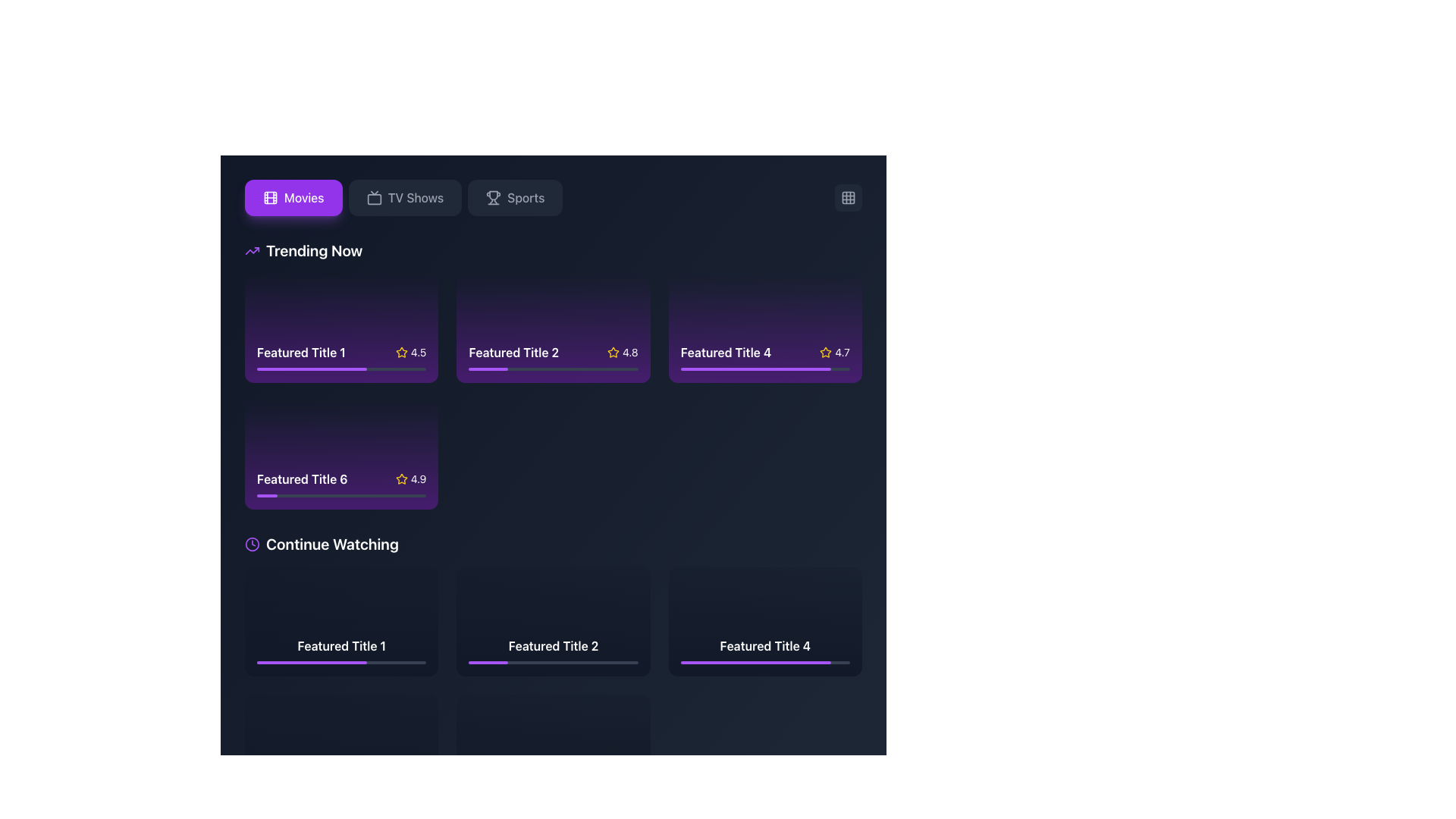 This screenshot has height=819, width=1456. What do you see at coordinates (552, 352) in the screenshot?
I see `the informational display element located in the second position from the left in the 'Trending Now' section, which provides a title and rating for a featured item` at bounding box center [552, 352].